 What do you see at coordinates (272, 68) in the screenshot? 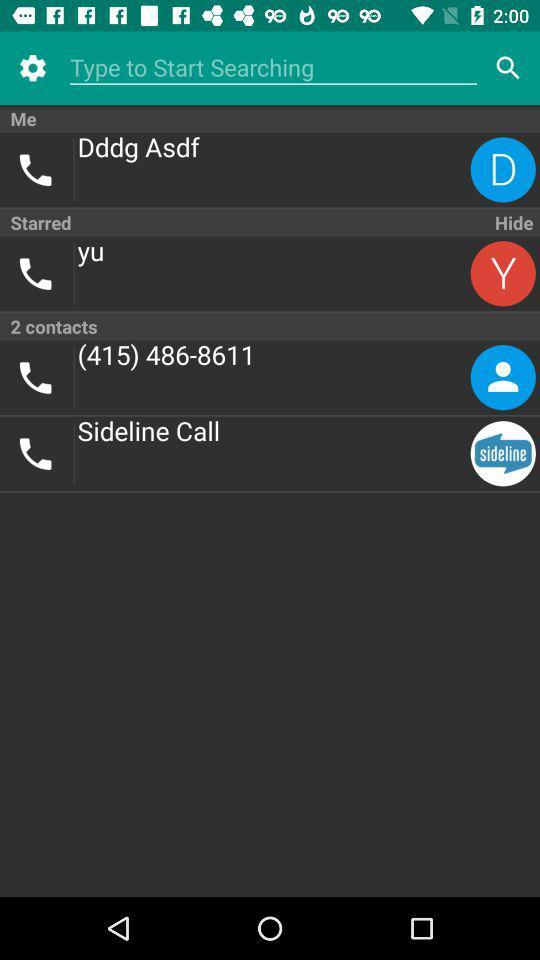
I see `search bar` at bounding box center [272, 68].